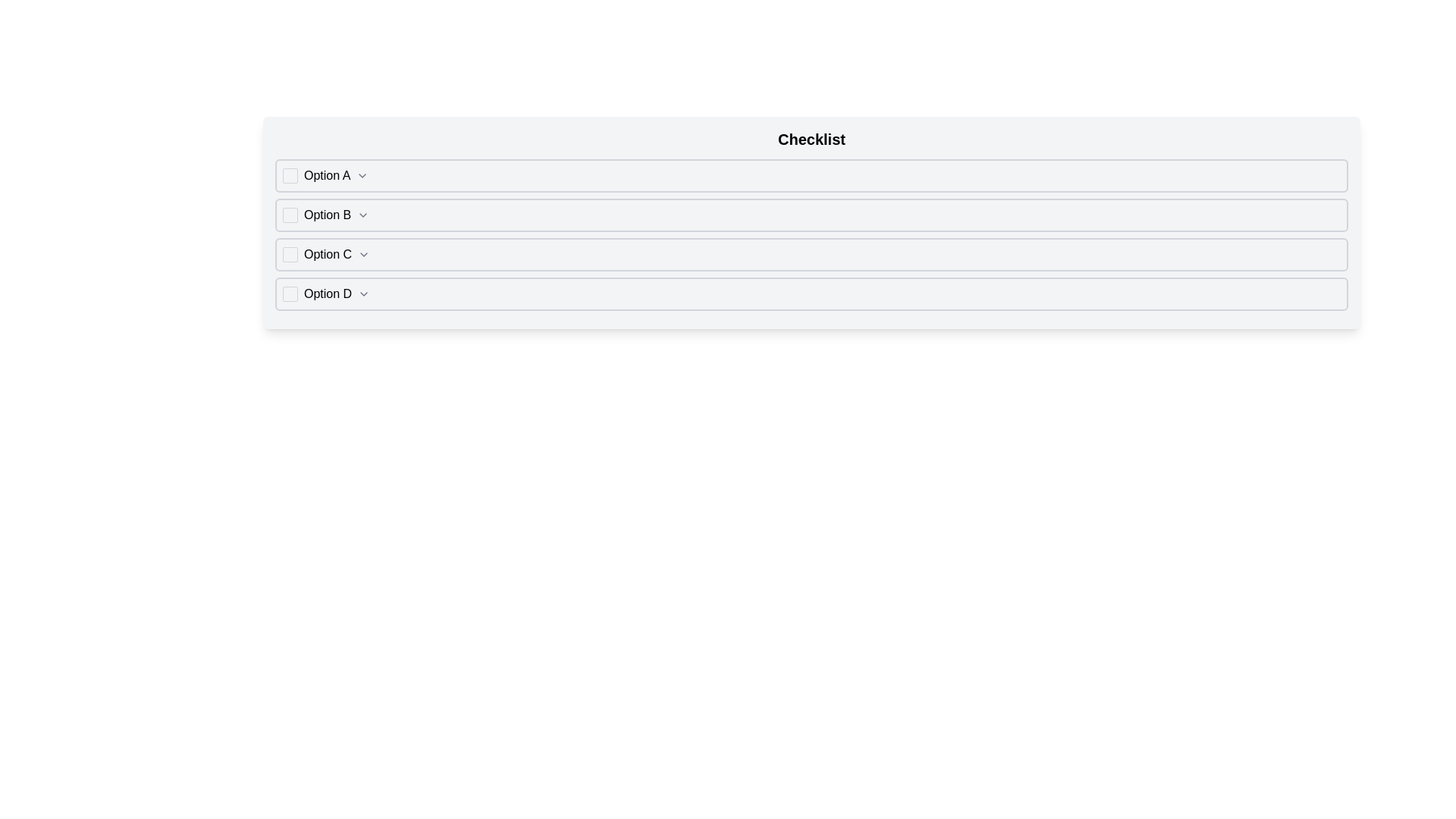 The image size is (1456, 819). I want to click on text from the header labeled 'Checklist' which is prominently displayed at the top of the section containing various options, so click(811, 140).